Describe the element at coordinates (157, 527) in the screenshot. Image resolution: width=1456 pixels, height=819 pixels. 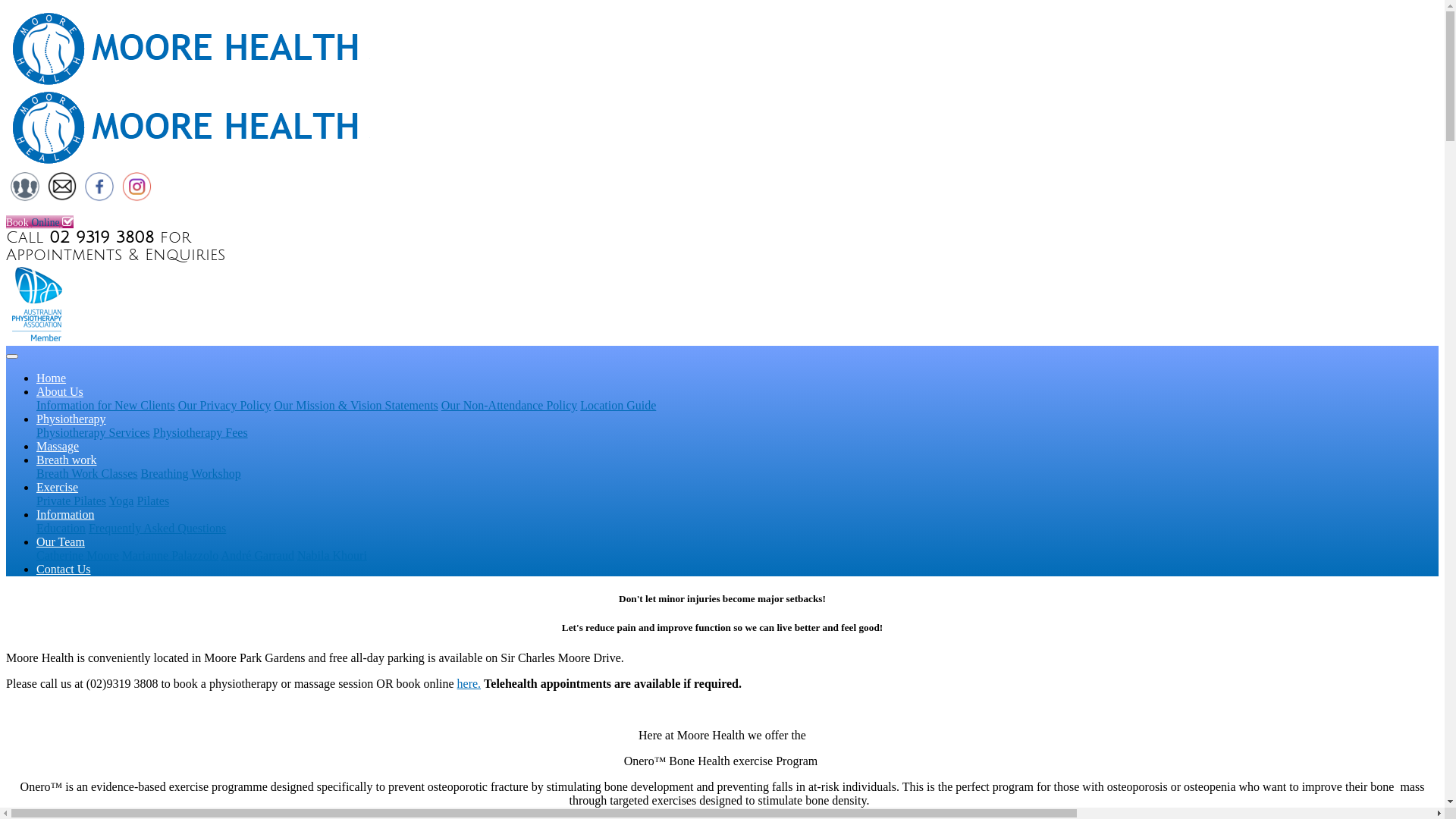
I see `'Frequently Asked Questions'` at that location.